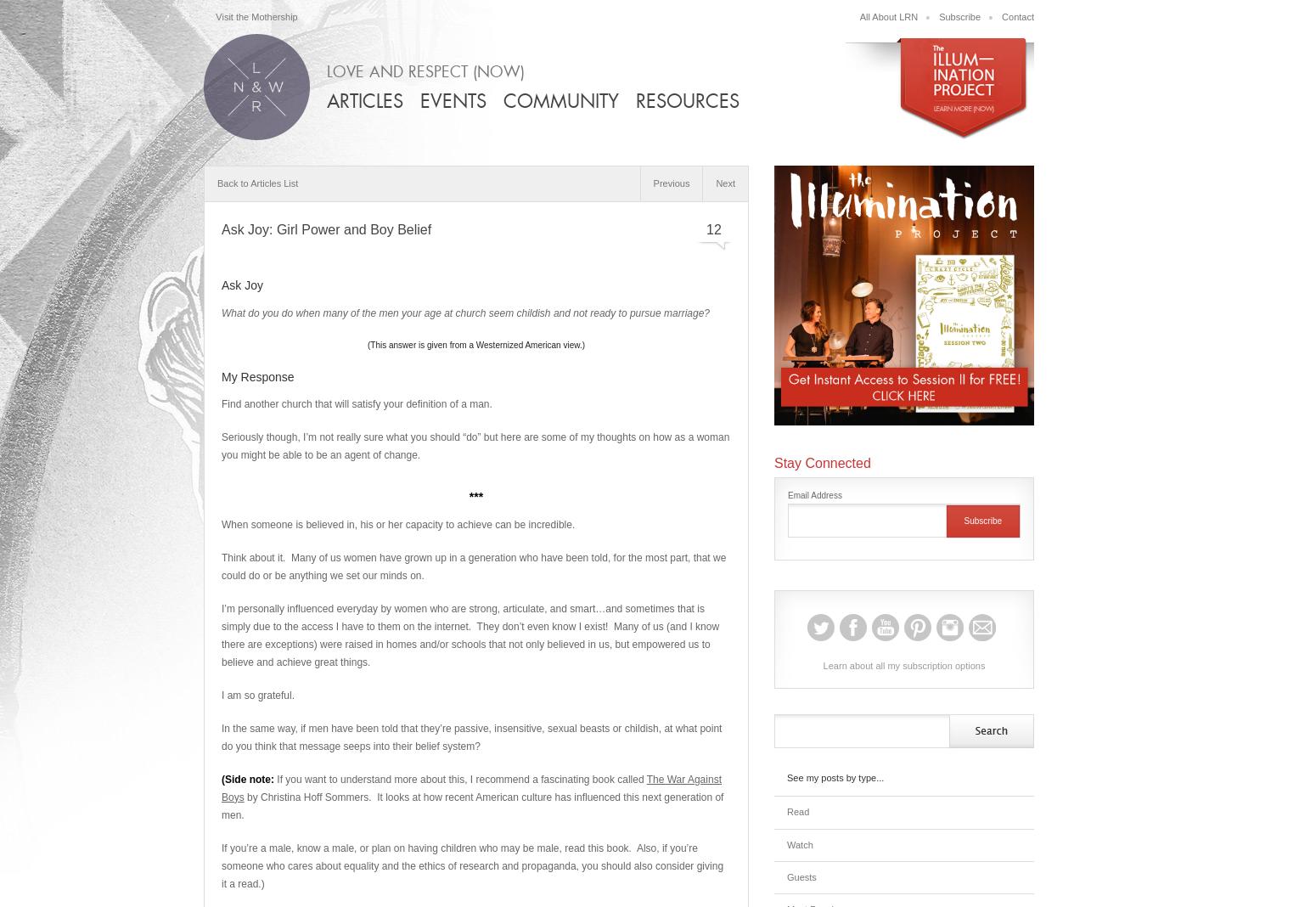  What do you see at coordinates (472, 805) in the screenshot?
I see `'by Christina Hoff Sommers.  It looks at how recent American culture has inﬂuenced this next generation of men.'` at bounding box center [472, 805].